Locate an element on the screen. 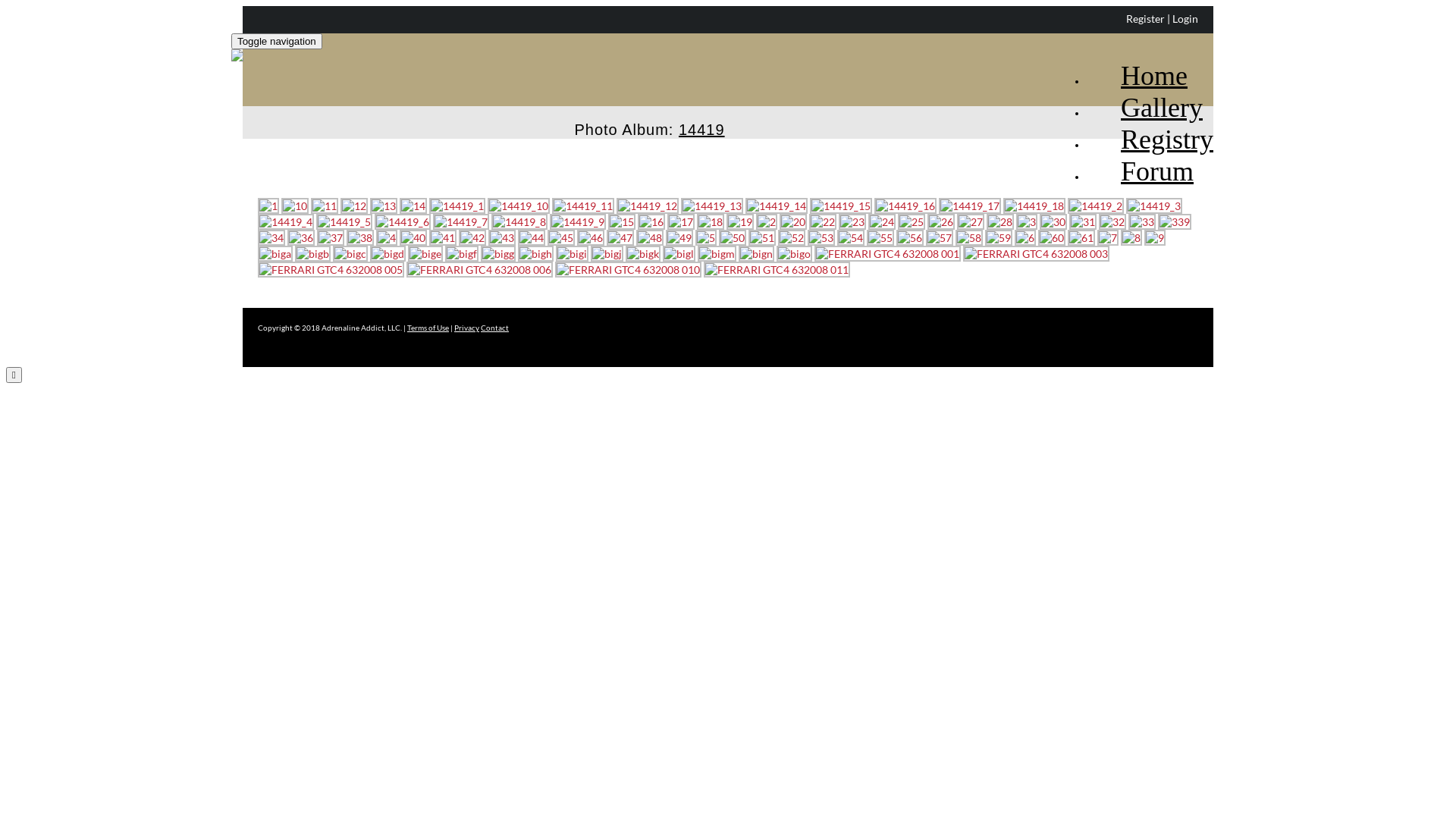 The image size is (1456, 819). '14419_8 (click to enlarge)' is located at coordinates (491, 221).